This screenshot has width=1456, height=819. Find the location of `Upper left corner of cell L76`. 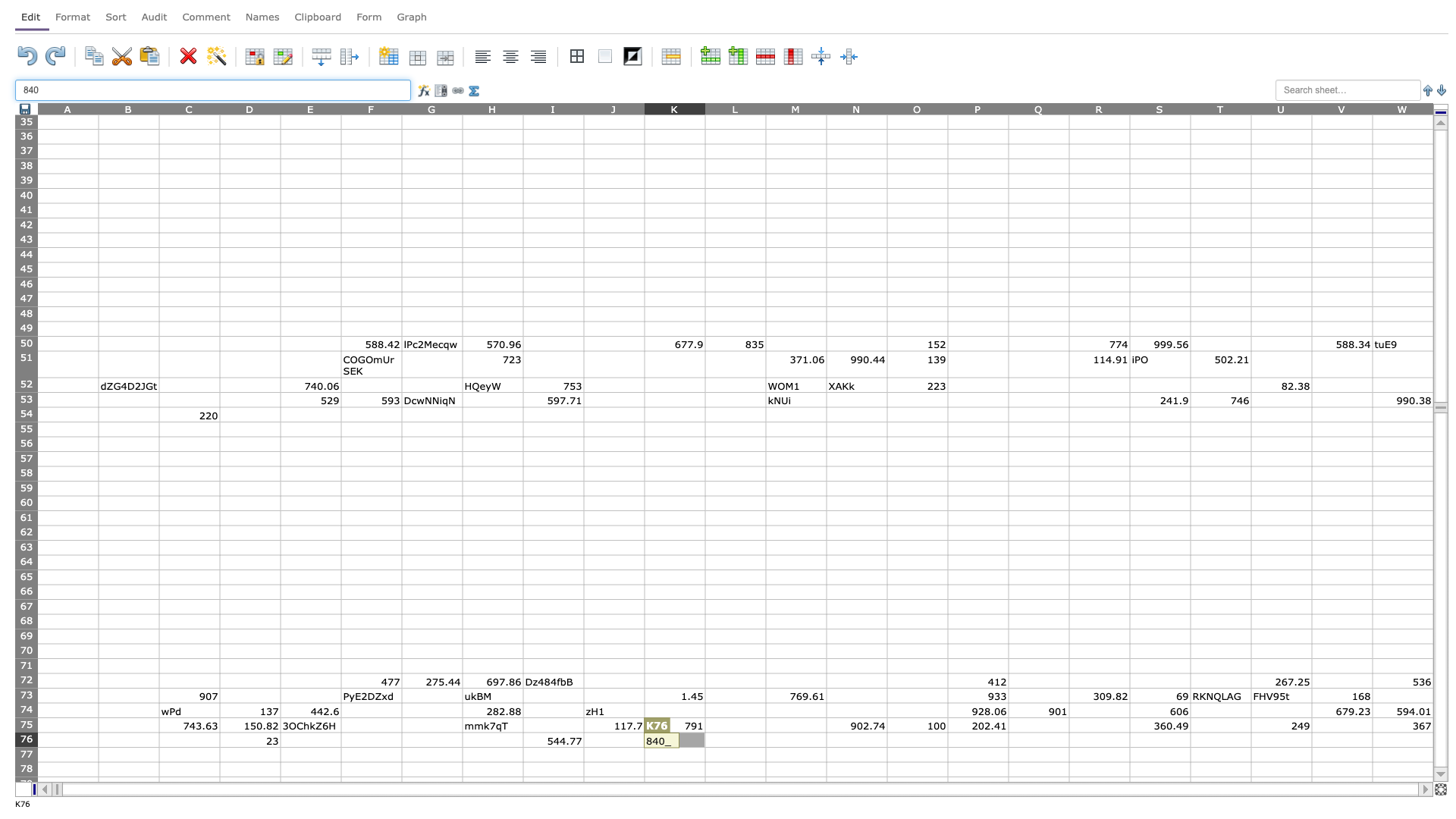

Upper left corner of cell L76 is located at coordinates (704, 731).